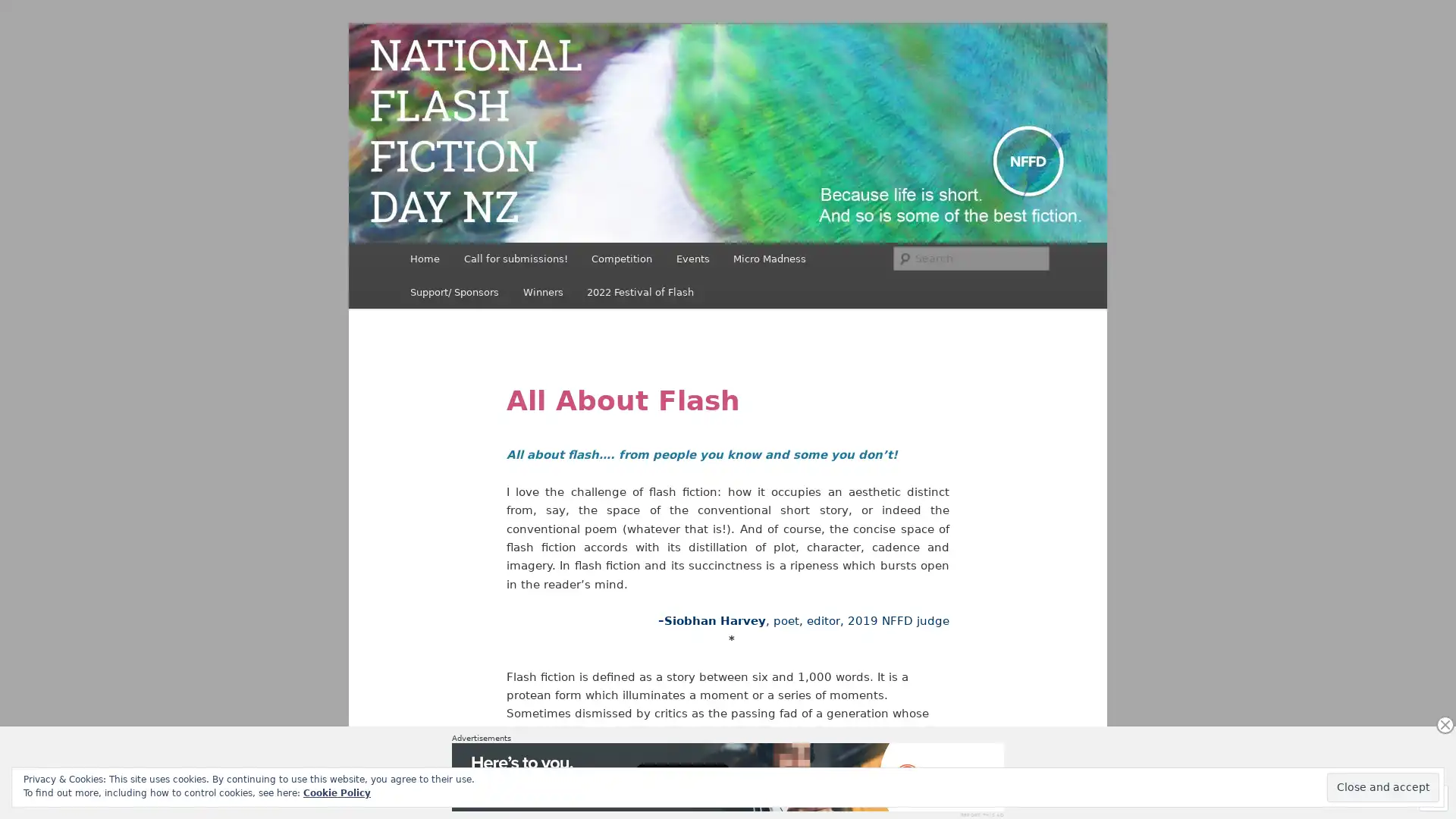 The height and width of the screenshot is (819, 1456). I want to click on Close and accept, so click(1383, 786).